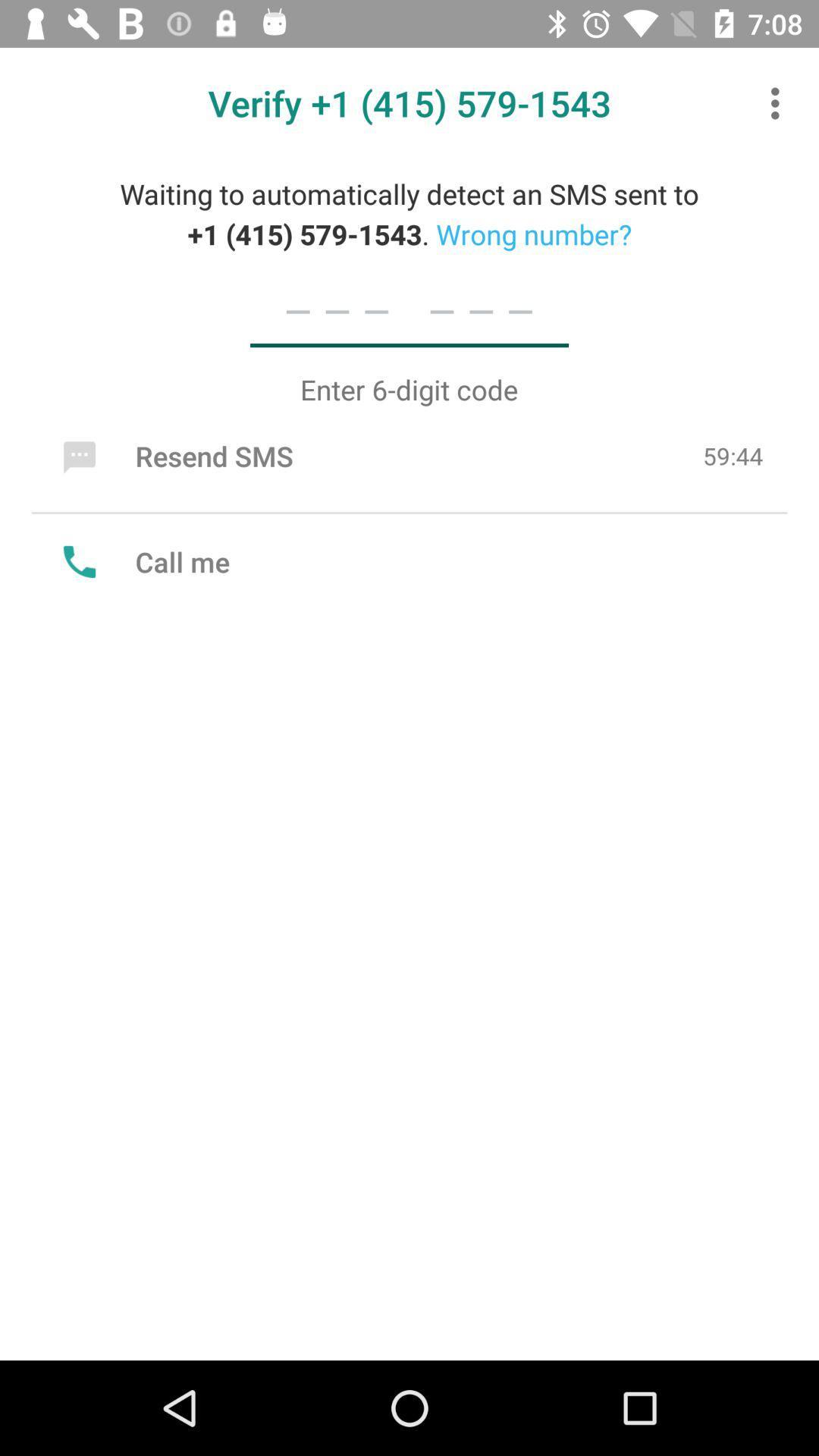 The image size is (819, 1456). Describe the element at coordinates (143, 560) in the screenshot. I see `call me` at that location.